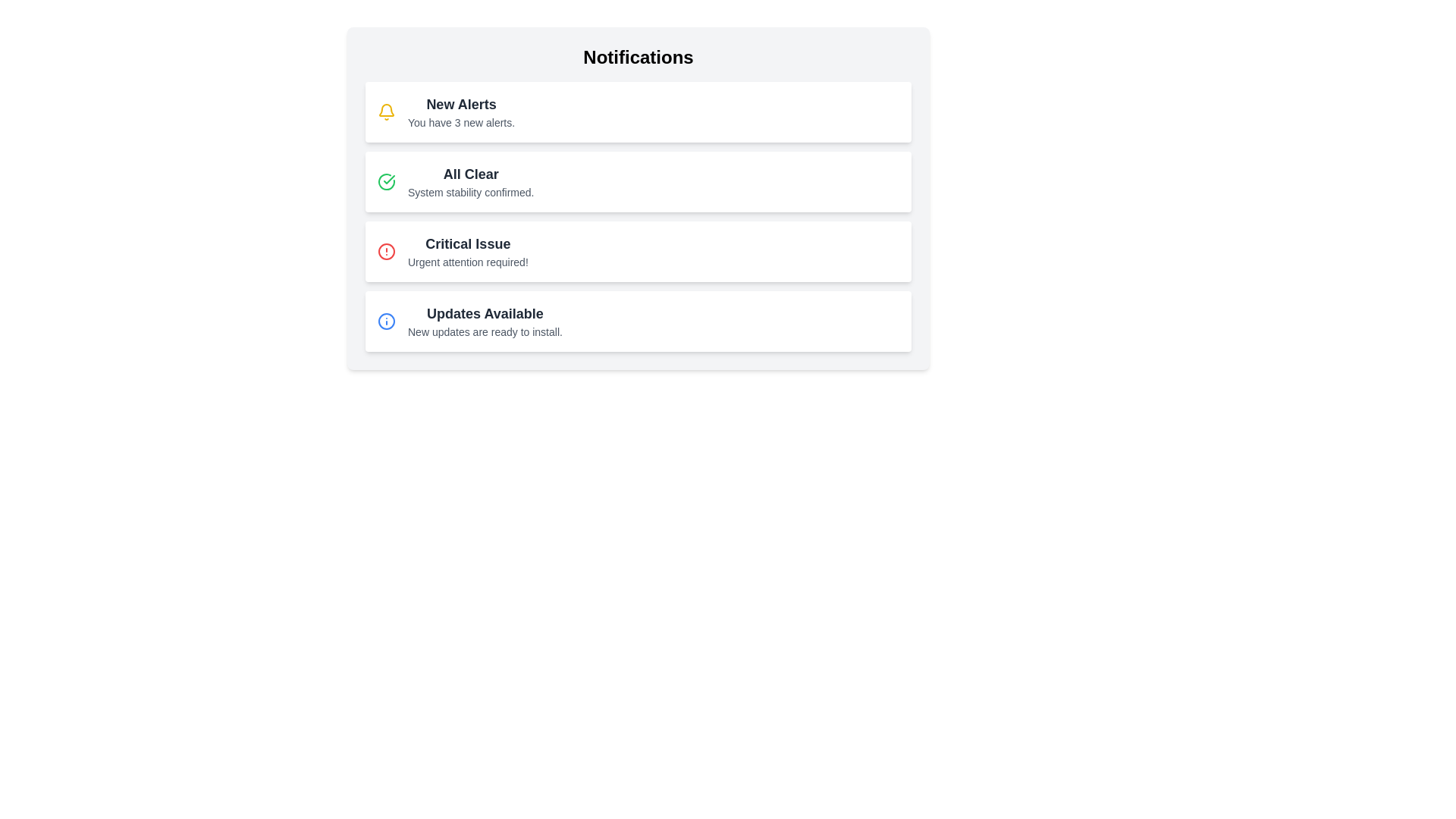  Describe the element at coordinates (638, 250) in the screenshot. I see `the third alert box in the vertical list, which indicates a critical issue requiring urgent attention` at that location.